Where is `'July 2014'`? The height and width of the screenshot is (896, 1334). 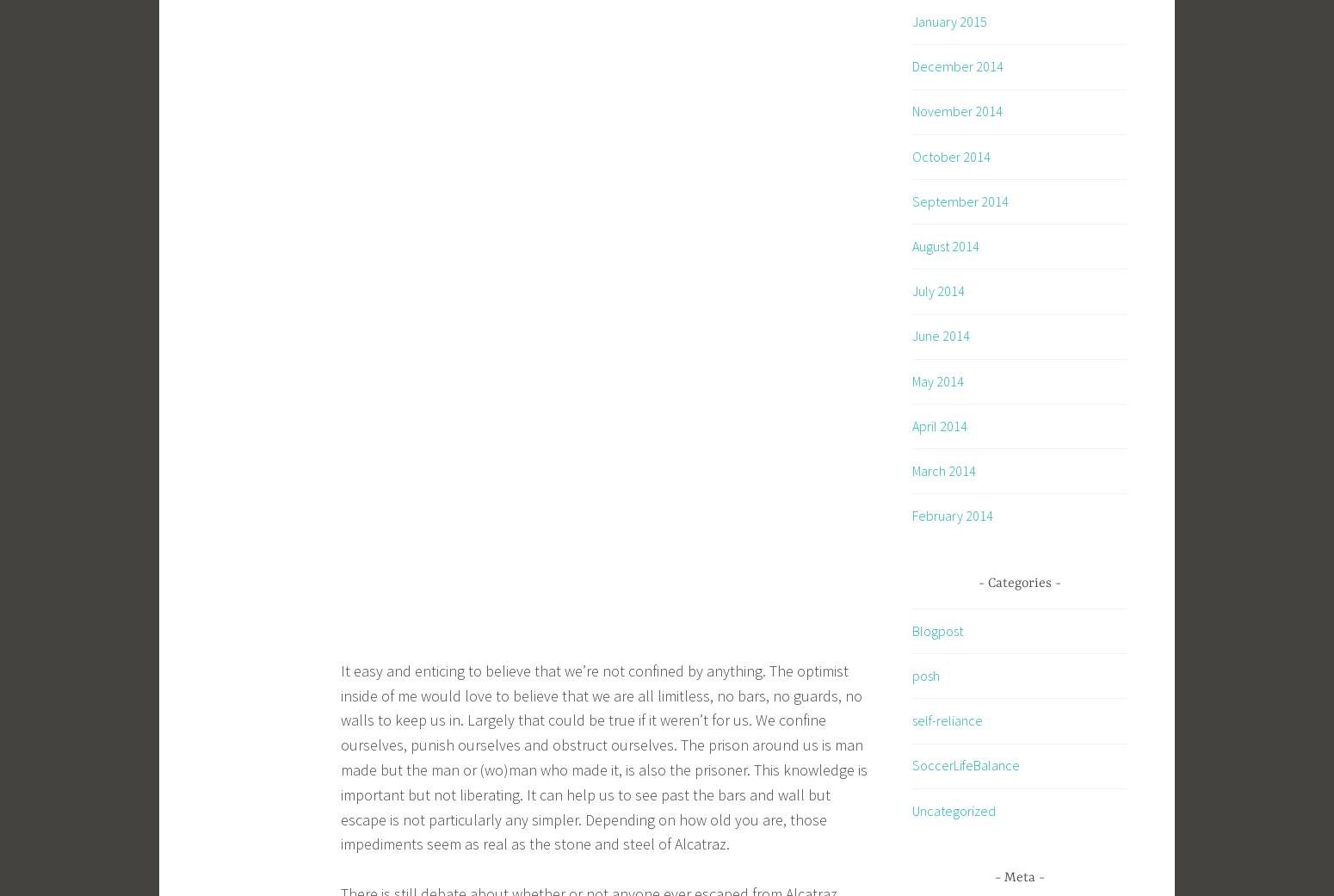
'July 2014' is located at coordinates (937, 291).